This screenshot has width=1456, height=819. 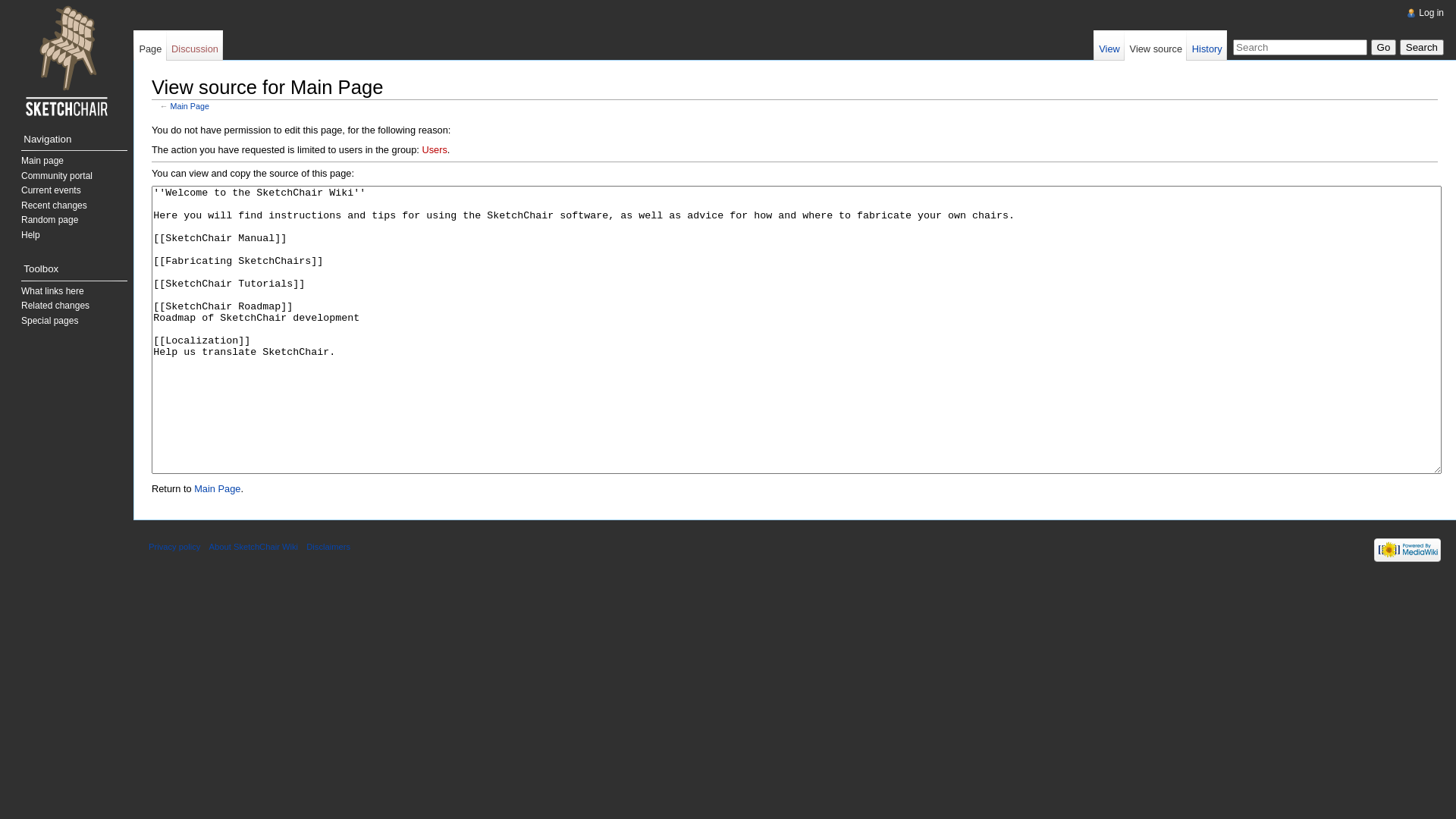 What do you see at coordinates (21, 234) in the screenshot?
I see `'Help'` at bounding box center [21, 234].